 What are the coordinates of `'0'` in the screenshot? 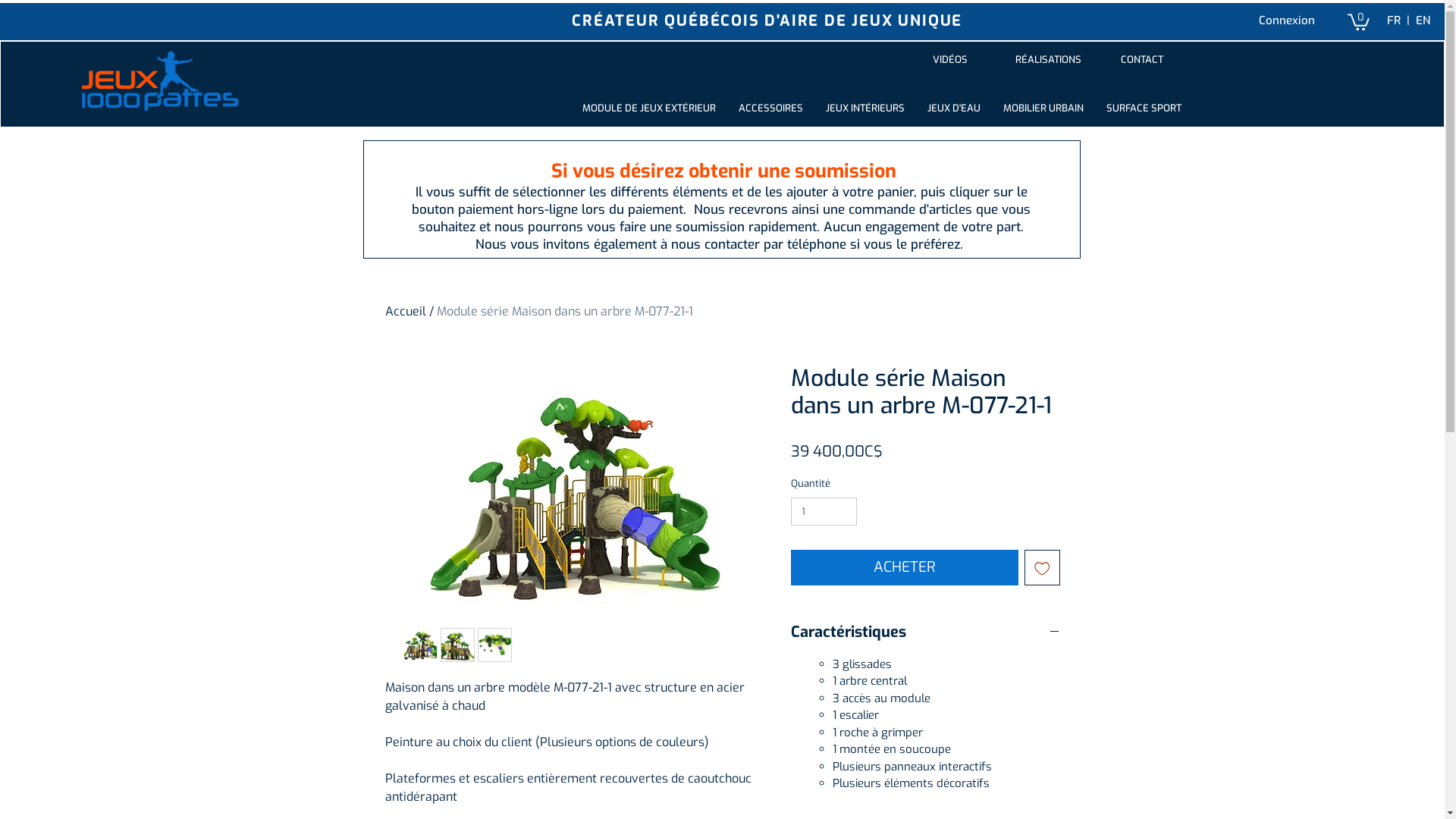 It's located at (1347, 20).